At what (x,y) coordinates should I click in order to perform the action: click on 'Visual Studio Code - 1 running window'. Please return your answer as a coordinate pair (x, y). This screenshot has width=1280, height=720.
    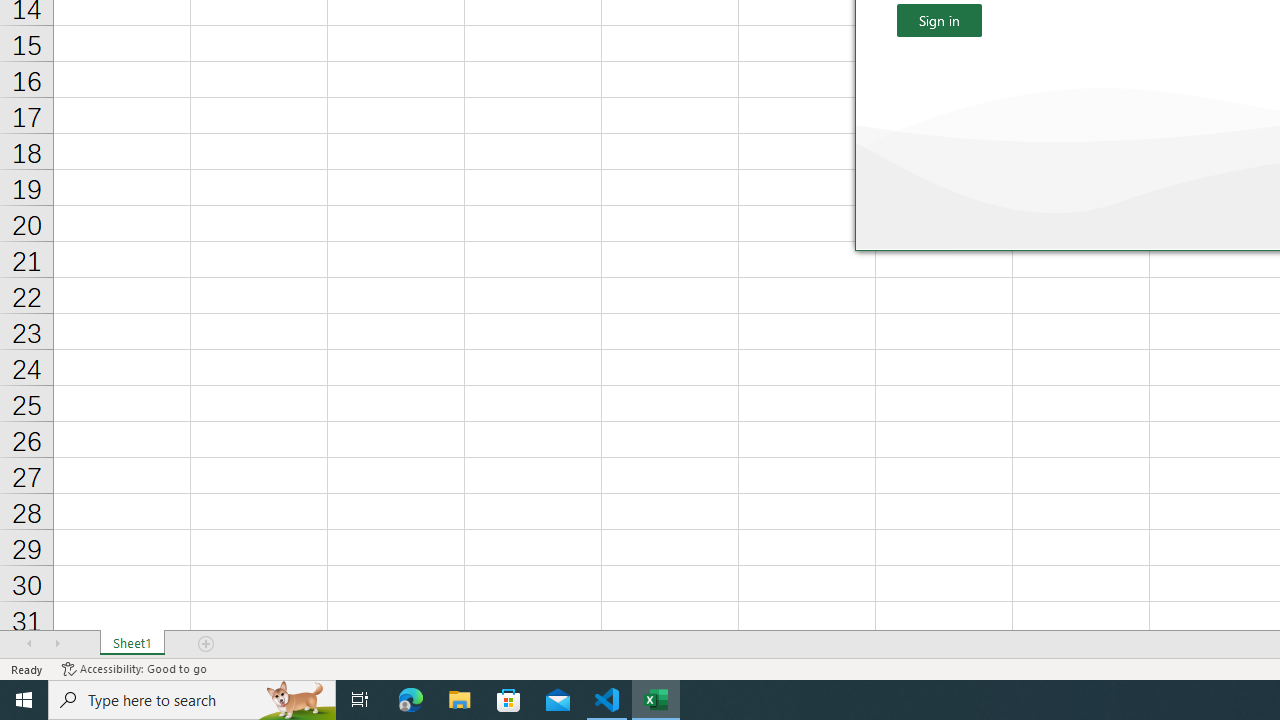
    Looking at the image, I should click on (606, 698).